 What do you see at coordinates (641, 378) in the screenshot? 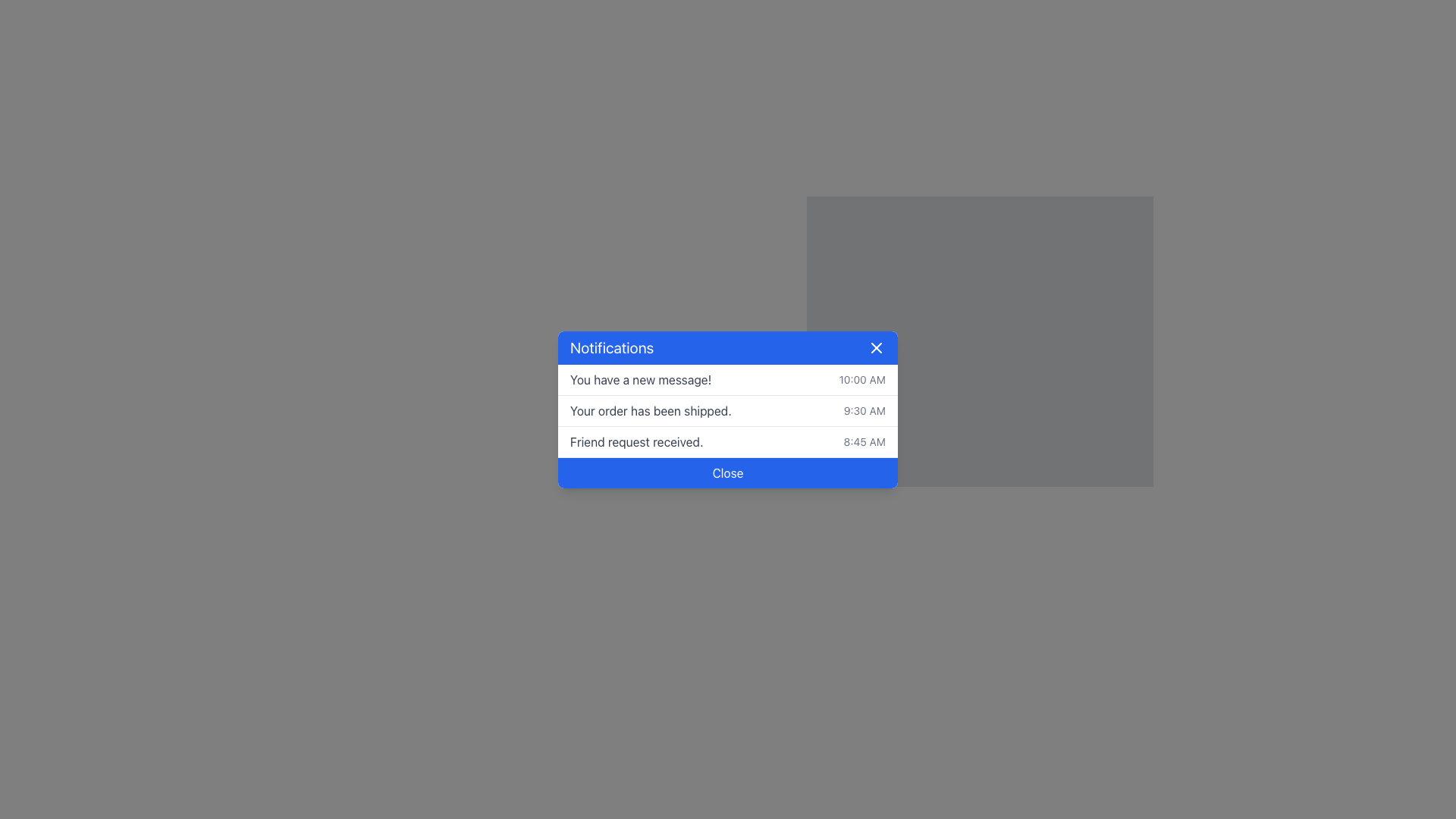
I see `the text label that states 'You have a new message!' in gray color, located in the notification box on the left side of the first row` at bounding box center [641, 378].